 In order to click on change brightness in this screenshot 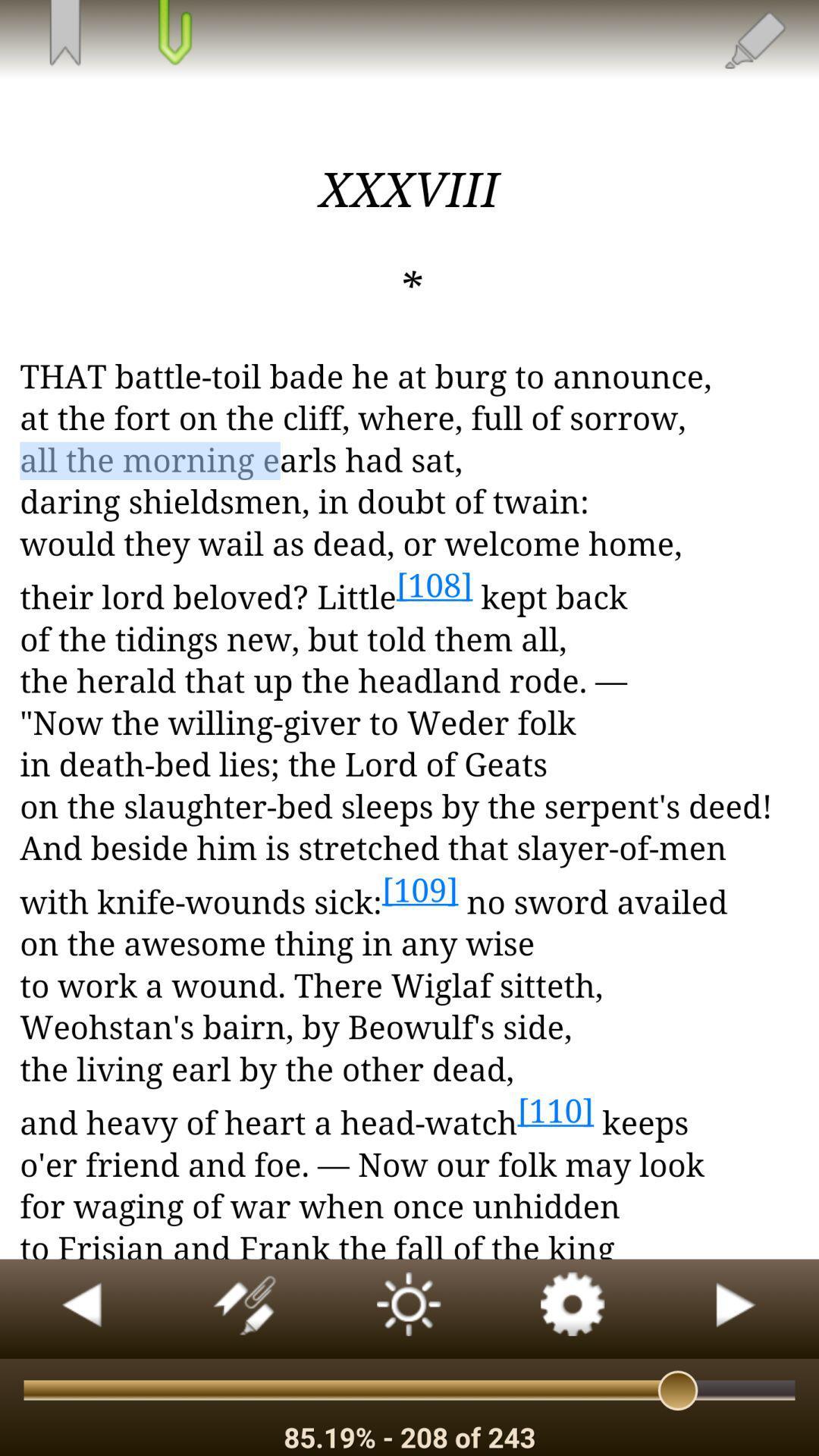, I will do `click(409, 1308)`.